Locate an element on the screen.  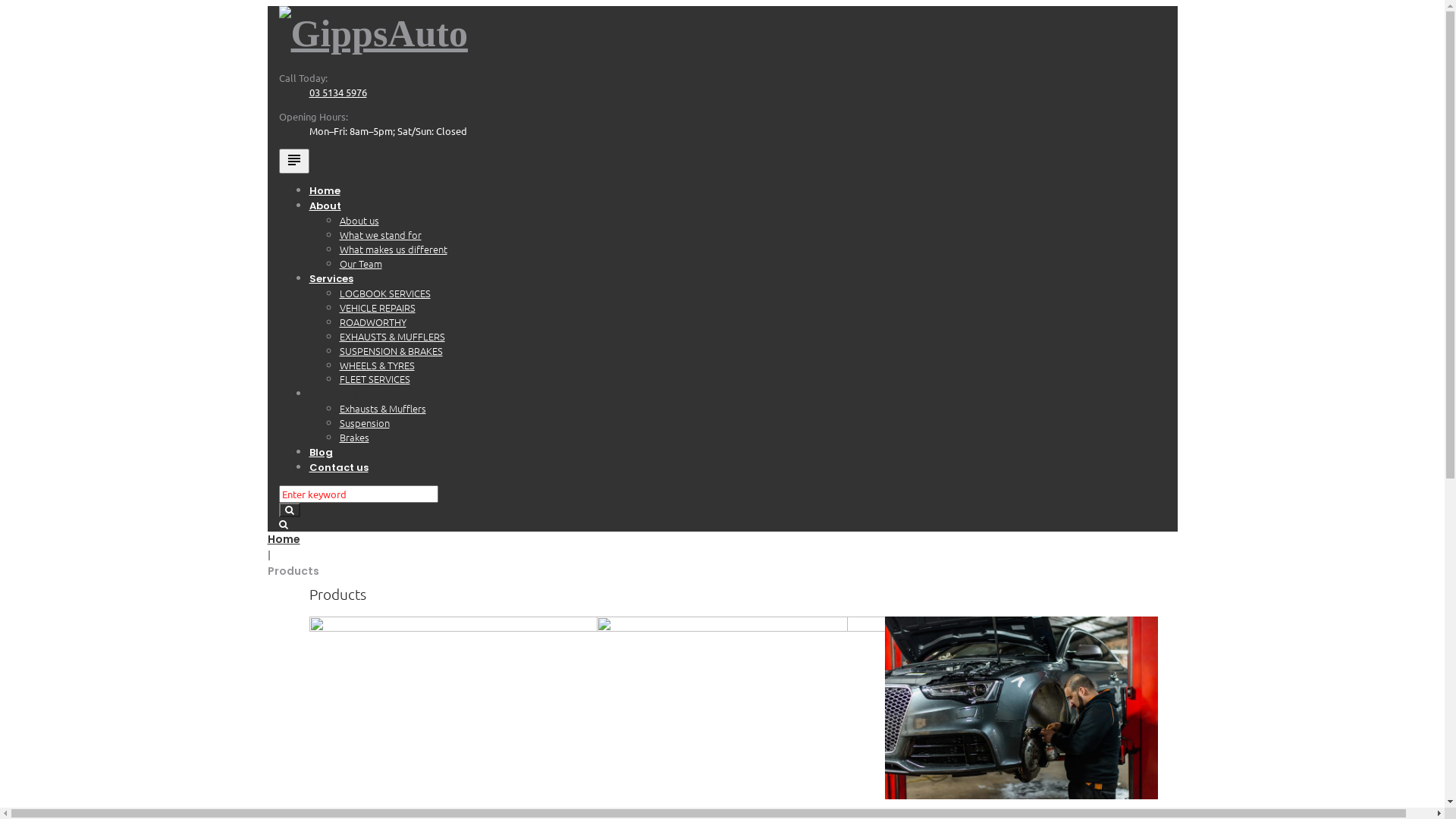
'Suspension' is located at coordinates (364, 422).